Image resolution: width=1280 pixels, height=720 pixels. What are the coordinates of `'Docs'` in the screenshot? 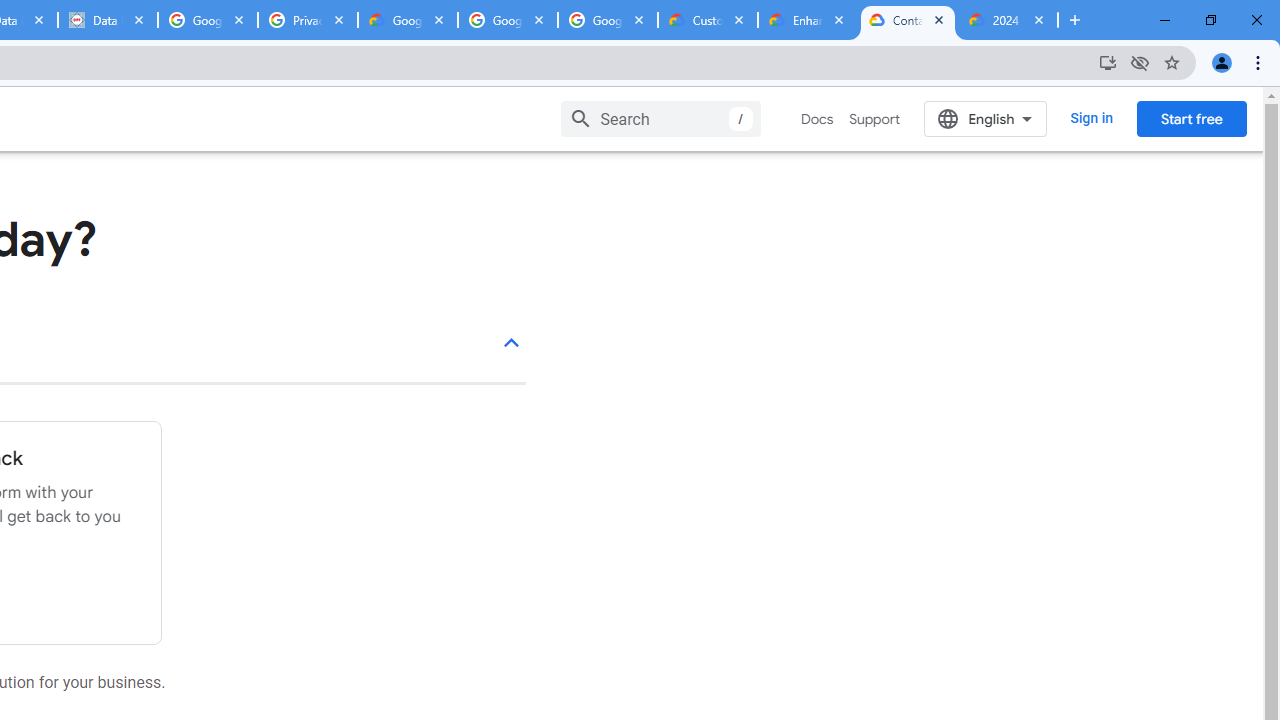 It's located at (817, 119).